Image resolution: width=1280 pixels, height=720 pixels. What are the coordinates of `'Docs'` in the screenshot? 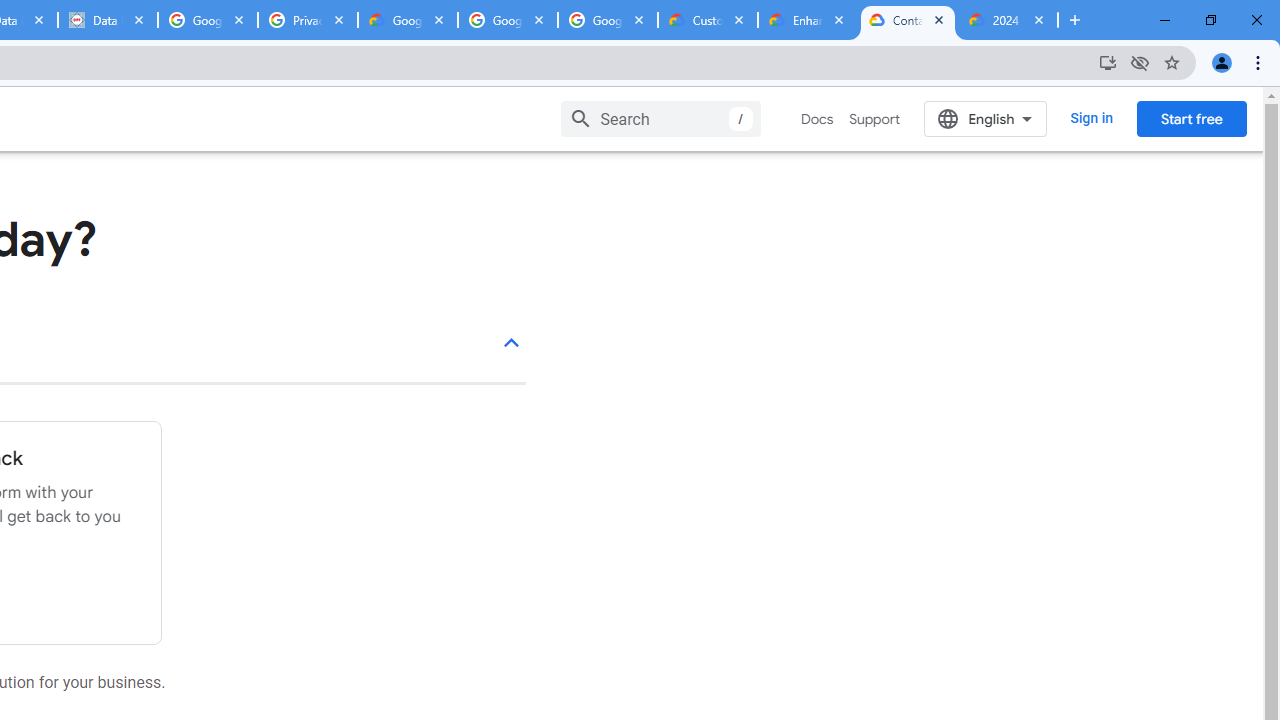 It's located at (817, 119).